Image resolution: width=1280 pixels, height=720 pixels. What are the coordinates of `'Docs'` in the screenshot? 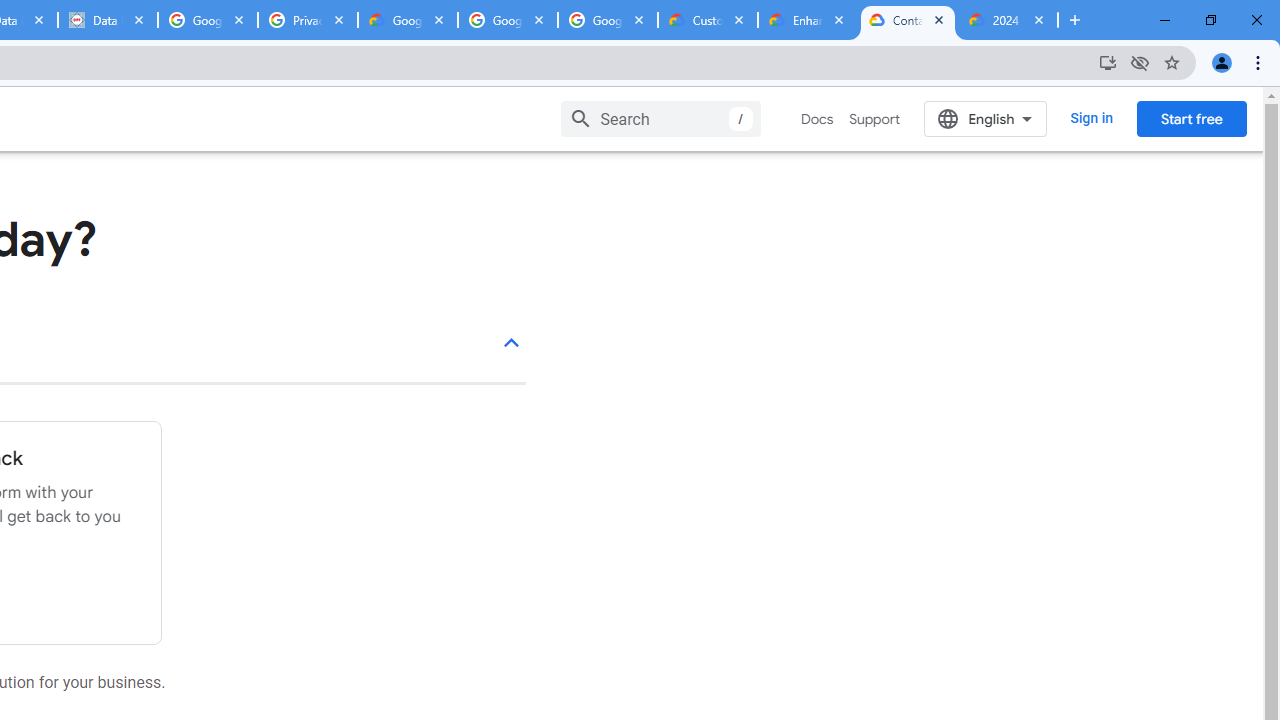 It's located at (817, 119).